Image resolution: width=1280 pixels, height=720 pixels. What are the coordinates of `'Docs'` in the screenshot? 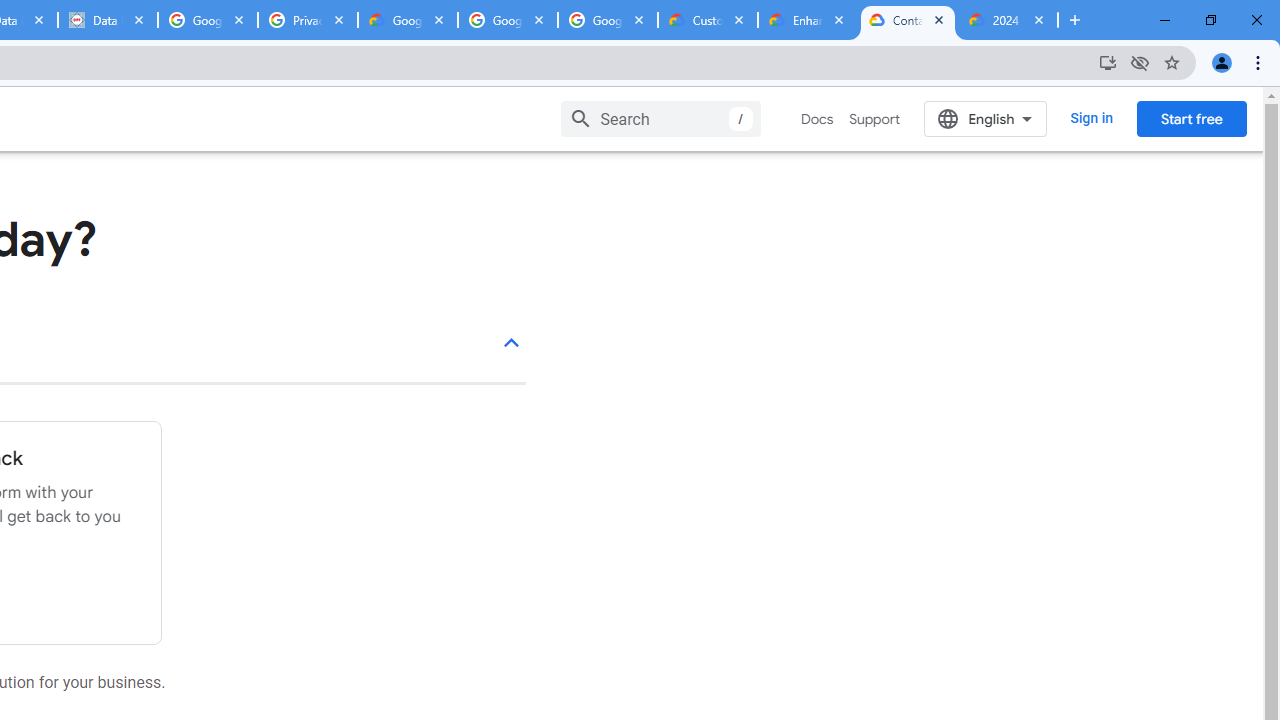 It's located at (817, 119).